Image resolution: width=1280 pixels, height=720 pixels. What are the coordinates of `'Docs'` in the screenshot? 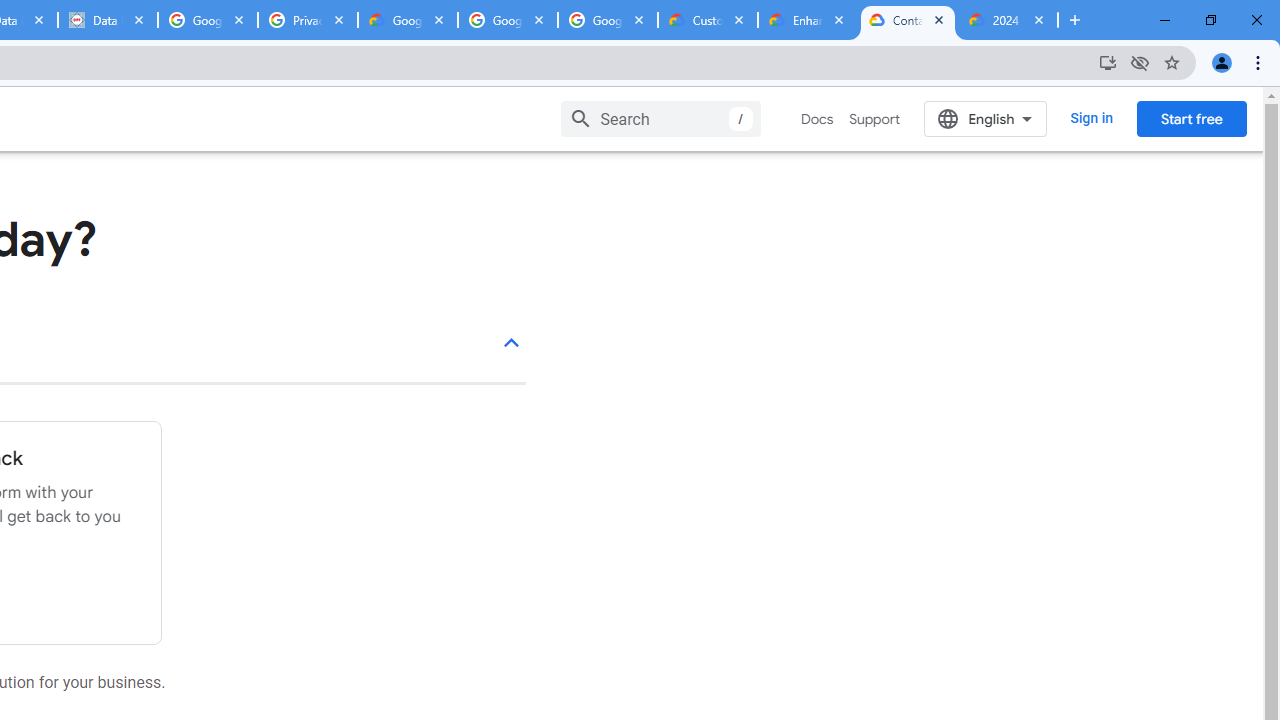 It's located at (817, 119).